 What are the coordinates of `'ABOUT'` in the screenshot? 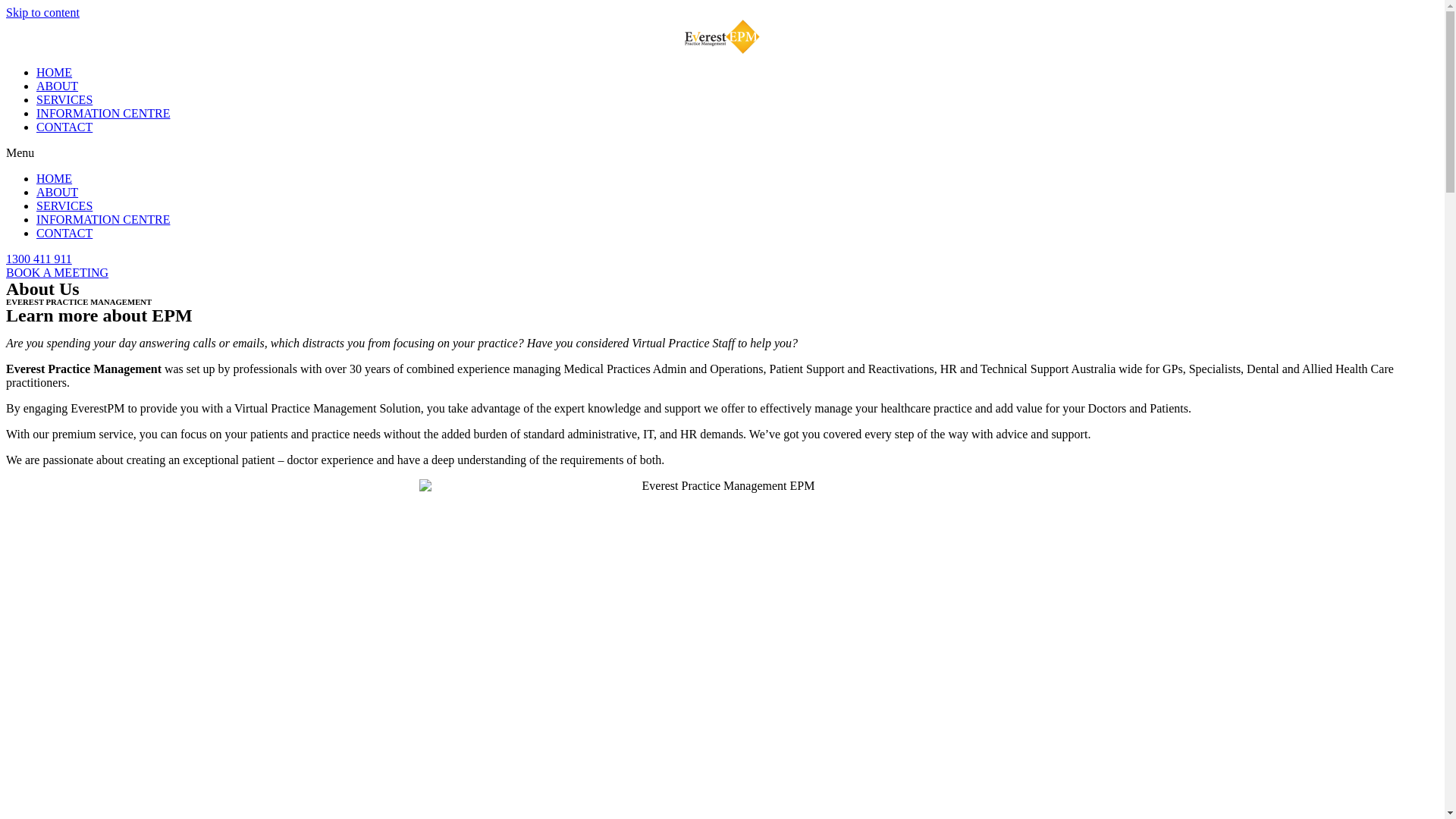 It's located at (57, 191).